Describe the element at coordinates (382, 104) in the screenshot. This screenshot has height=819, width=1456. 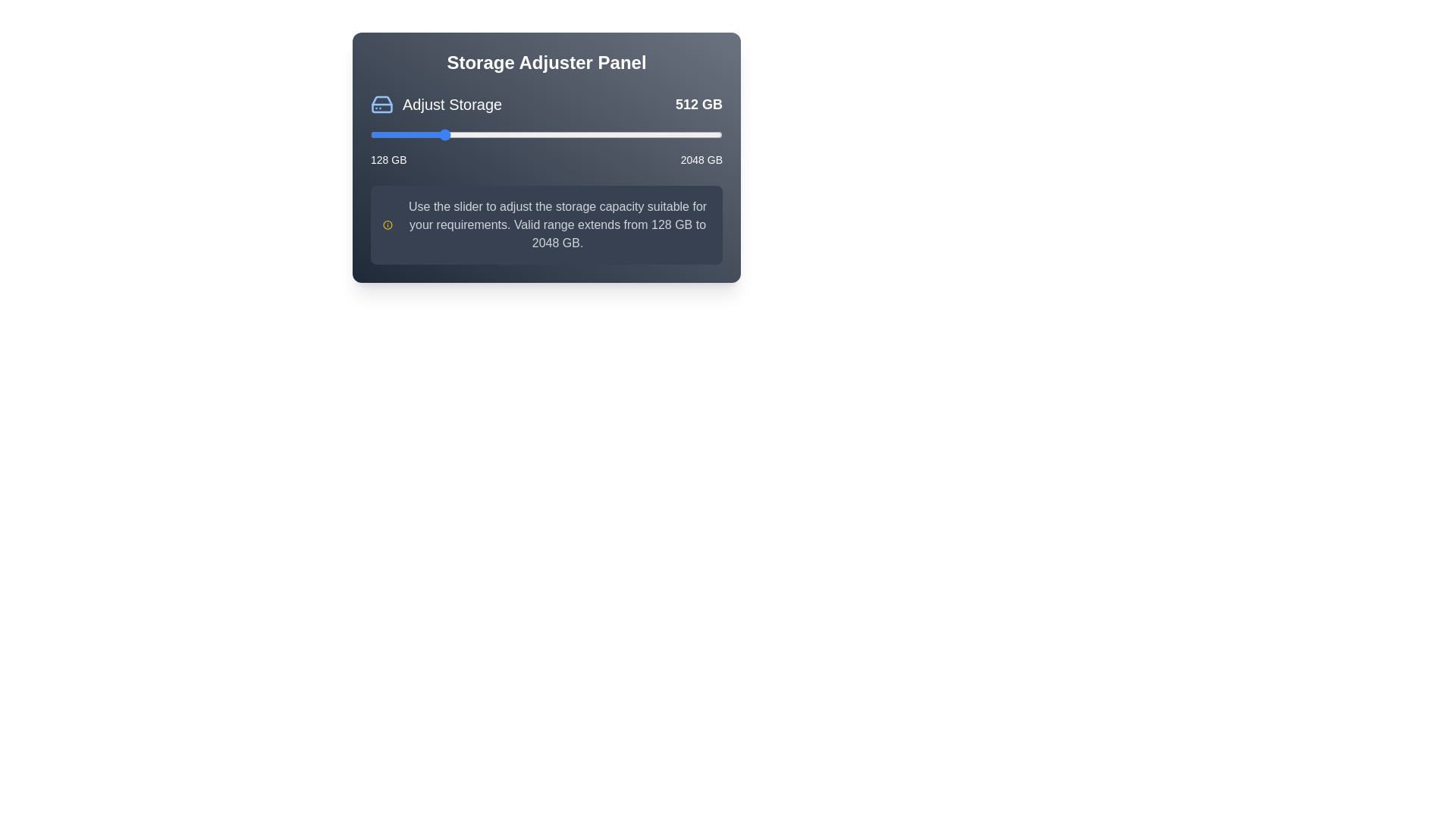
I see `the 'Adjust Storage' icon located on the far left side of the 'Adjust Storage' section` at that location.